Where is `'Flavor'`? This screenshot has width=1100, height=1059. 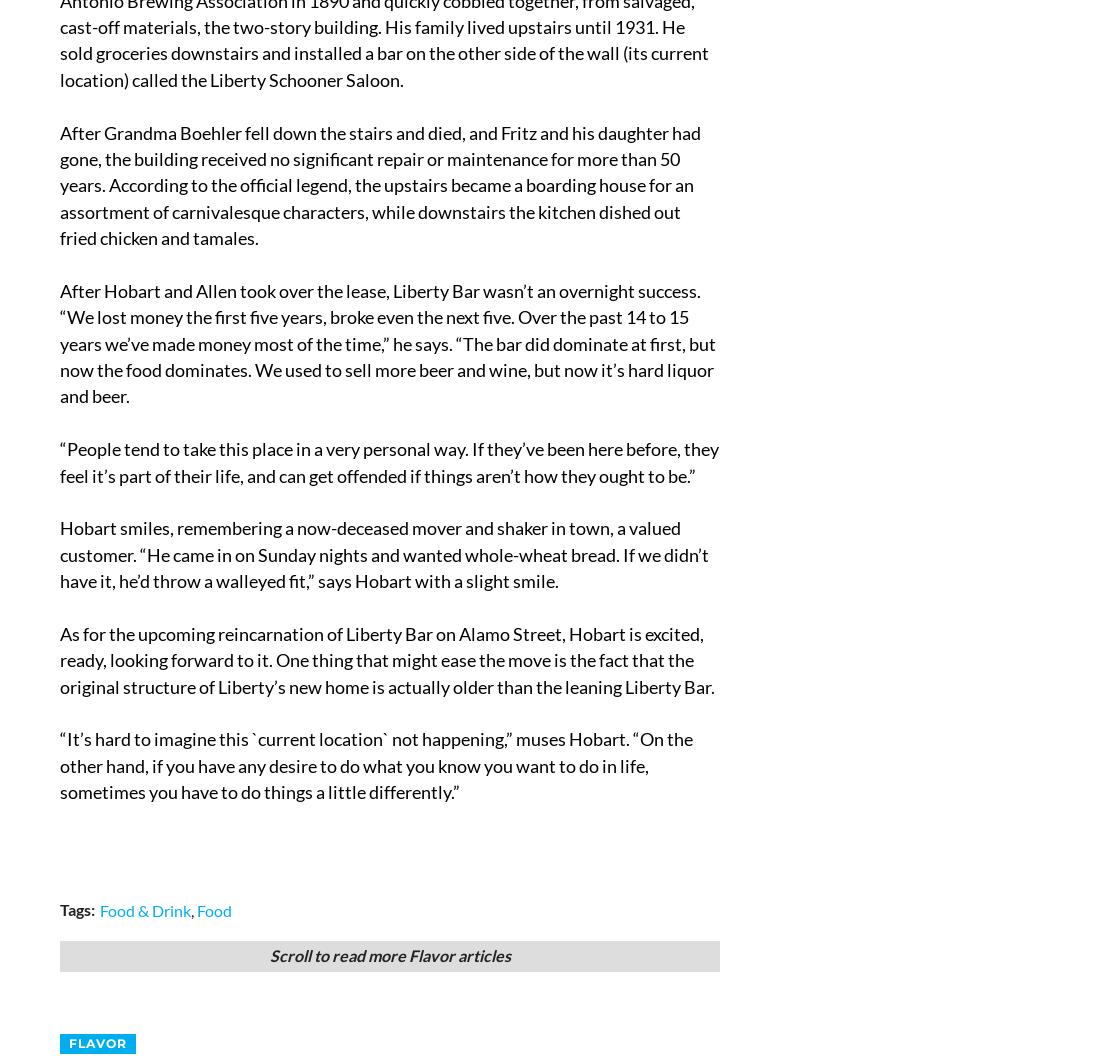 'Flavor' is located at coordinates (98, 1041).